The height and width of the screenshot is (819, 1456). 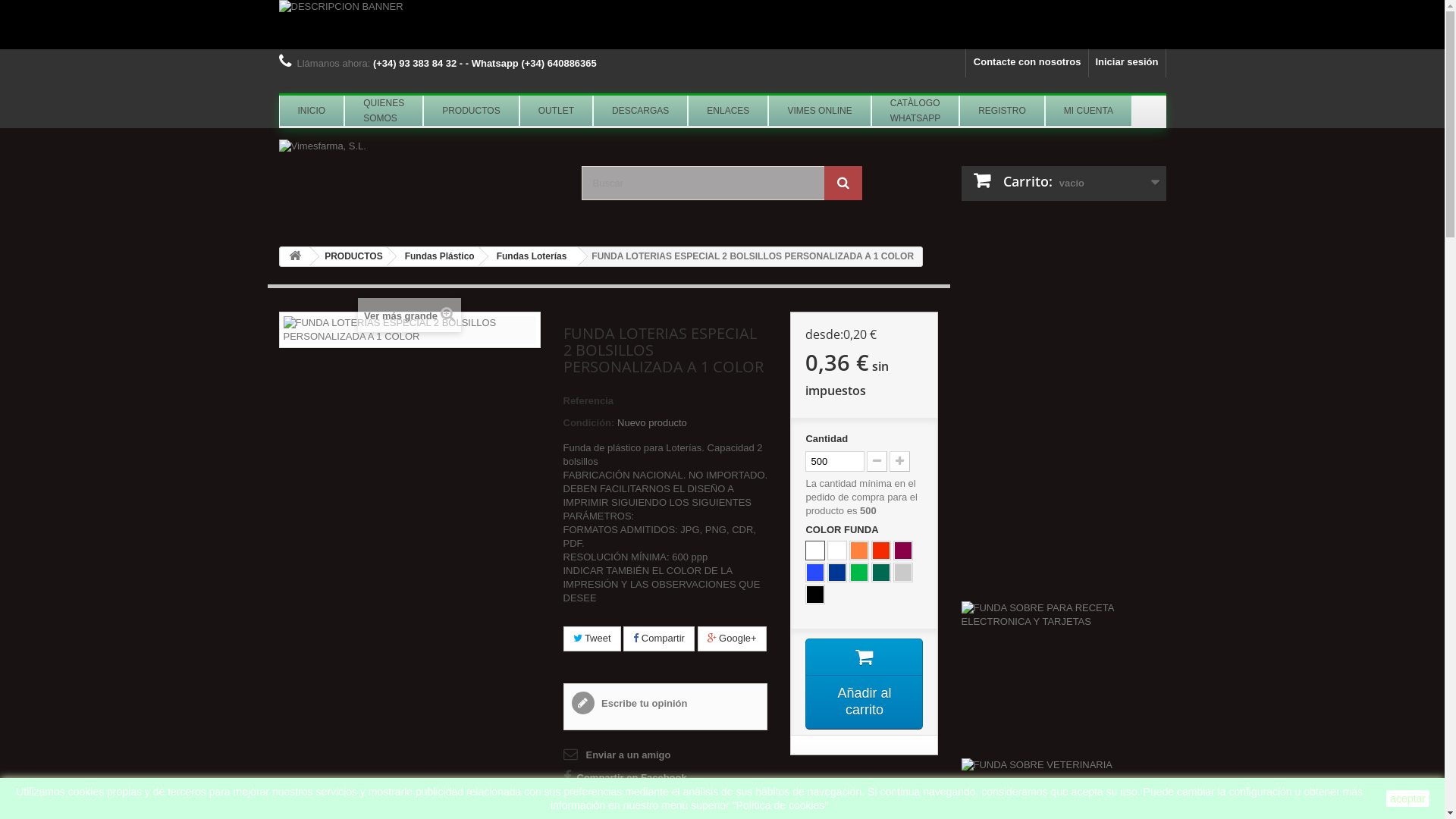 What do you see at coordinates (383, 110) in the screenshot?
I see `'QUIENES` at bounding box center [383, 110].